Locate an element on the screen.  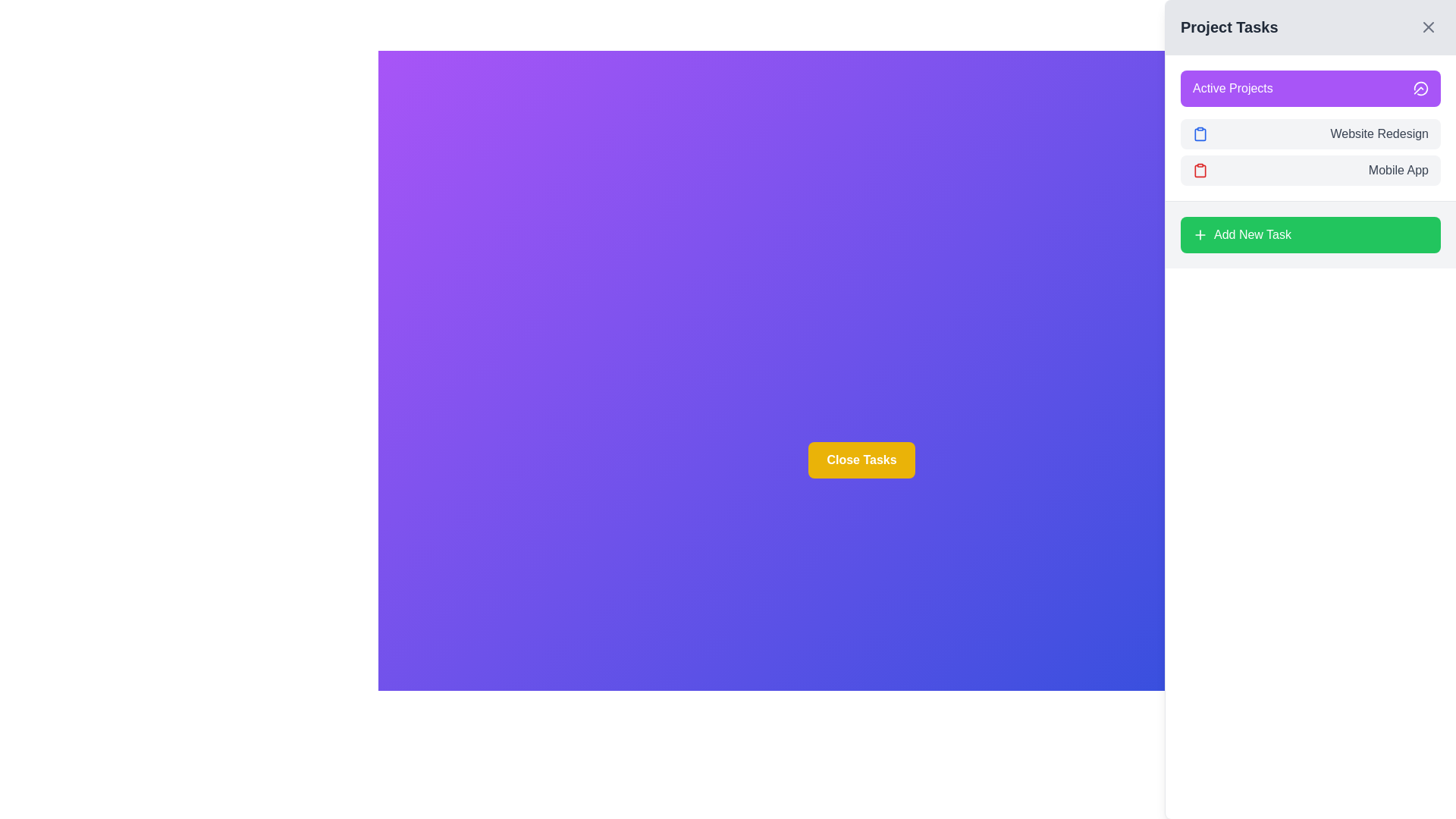
the 'Add New Task' button with vivid green background and white text is located at coordinates (1310, 234).